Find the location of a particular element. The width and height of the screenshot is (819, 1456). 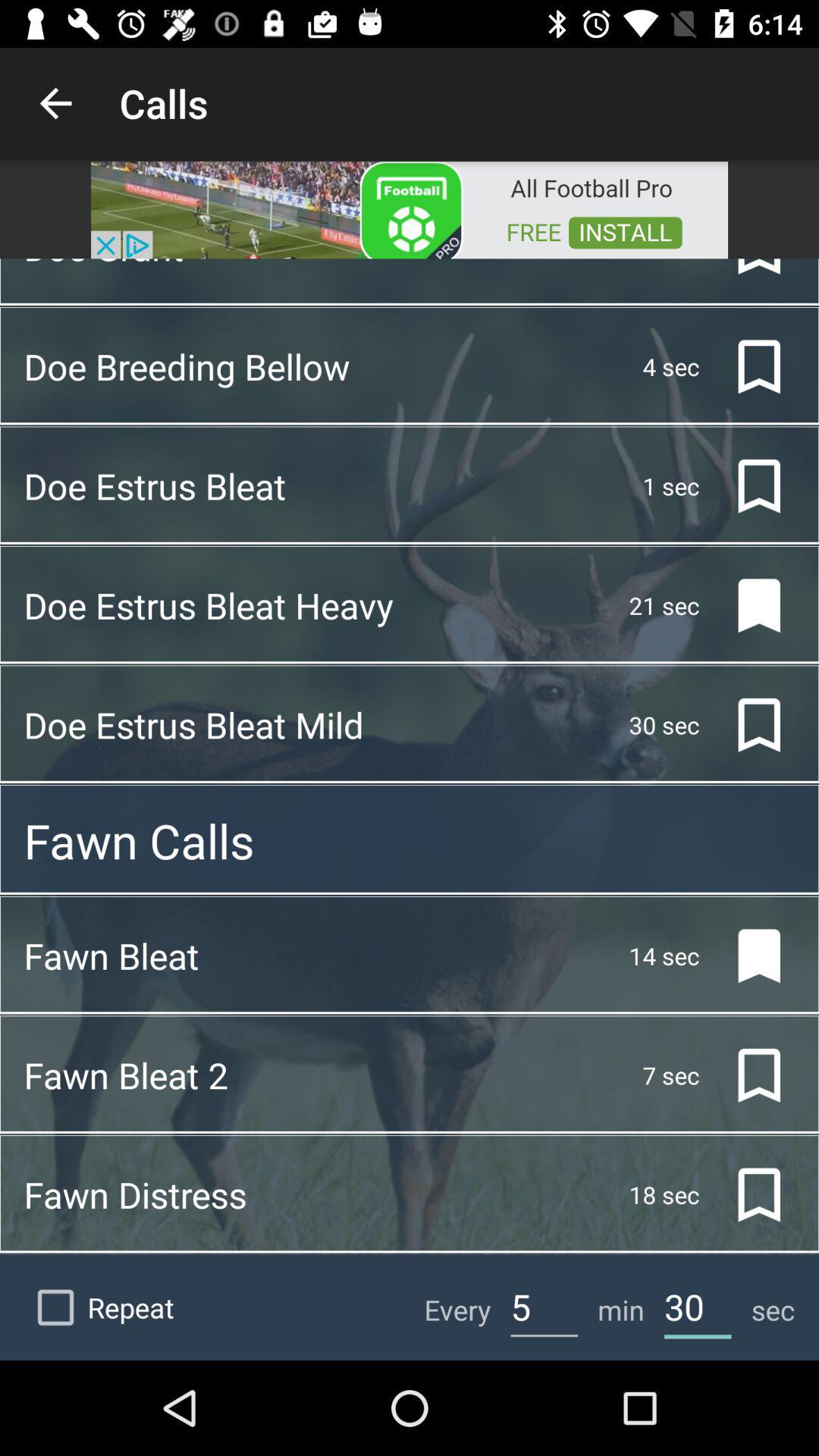

opens advertisement is located at coordinates (409, 208).